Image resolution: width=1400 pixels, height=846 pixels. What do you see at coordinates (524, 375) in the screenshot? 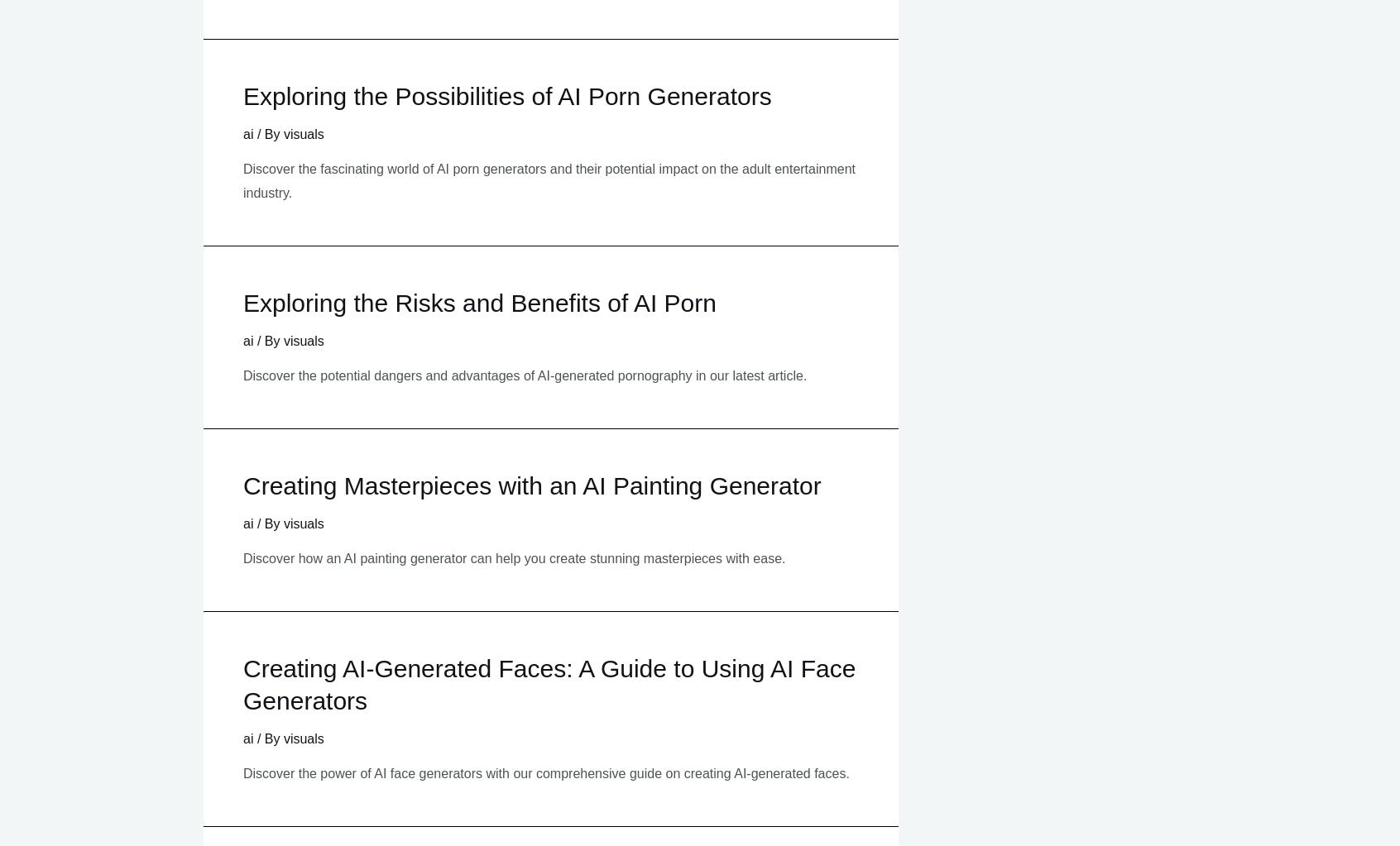
I see `'Discover the potential dangers and advantages of AI-generated pornography in our latest article.'` at bounding box center [524, 375].